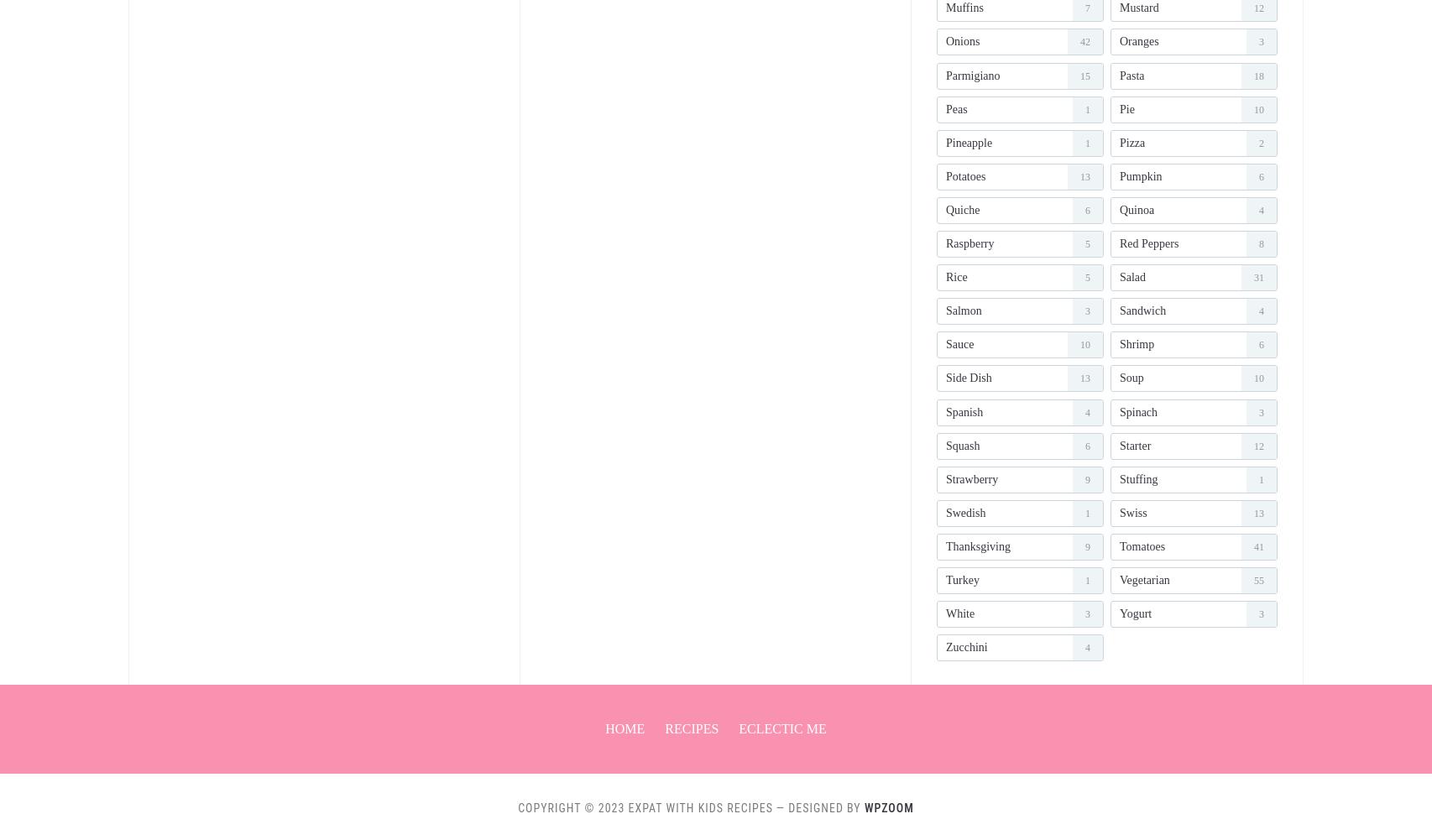  Describe the element at coordinates (1118, 411) in the screenshot. I see `'spinach'` at that location.